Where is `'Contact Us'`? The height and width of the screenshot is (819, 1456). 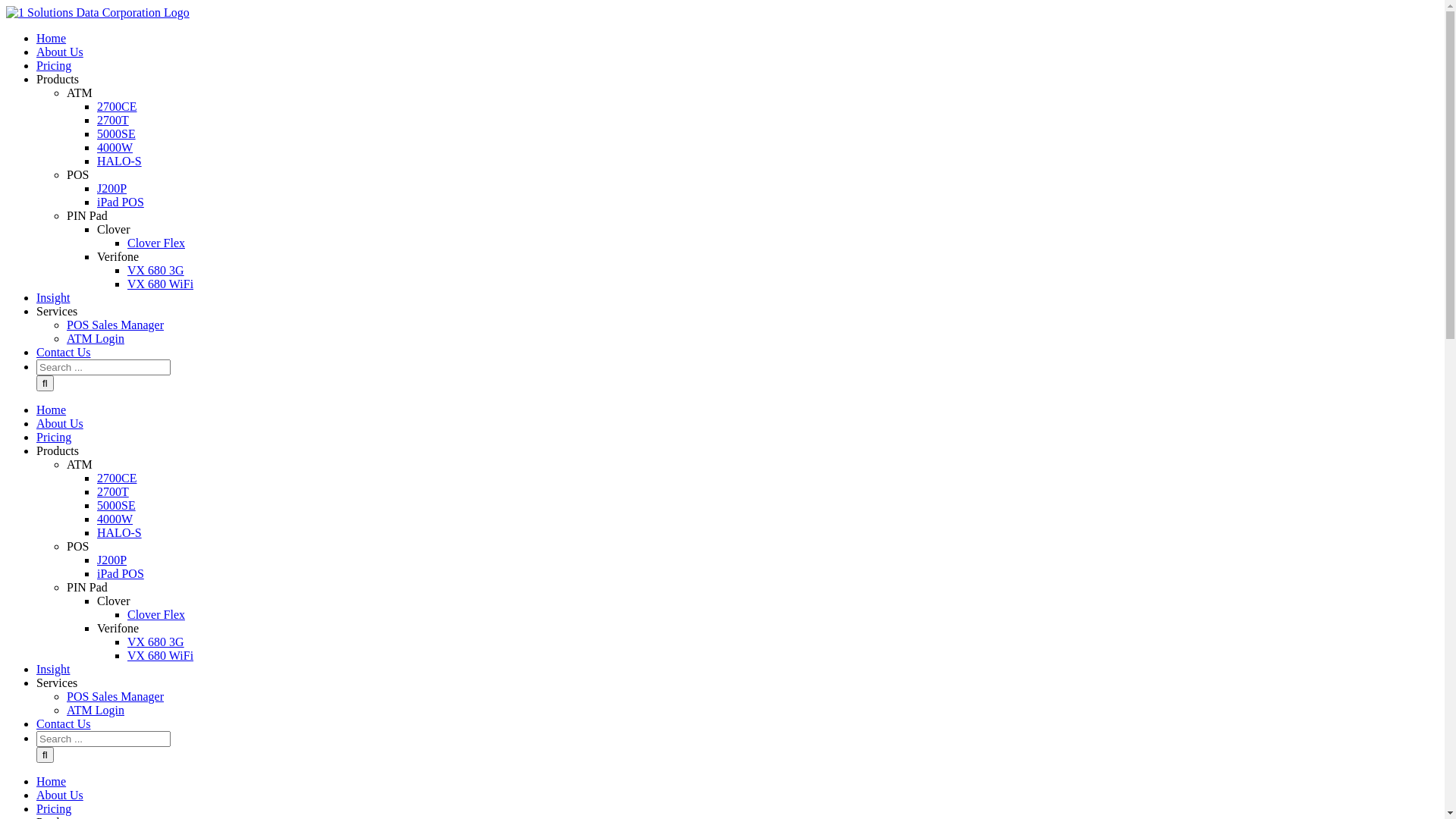 'Contact Us' is located at coordinates (62, 723).